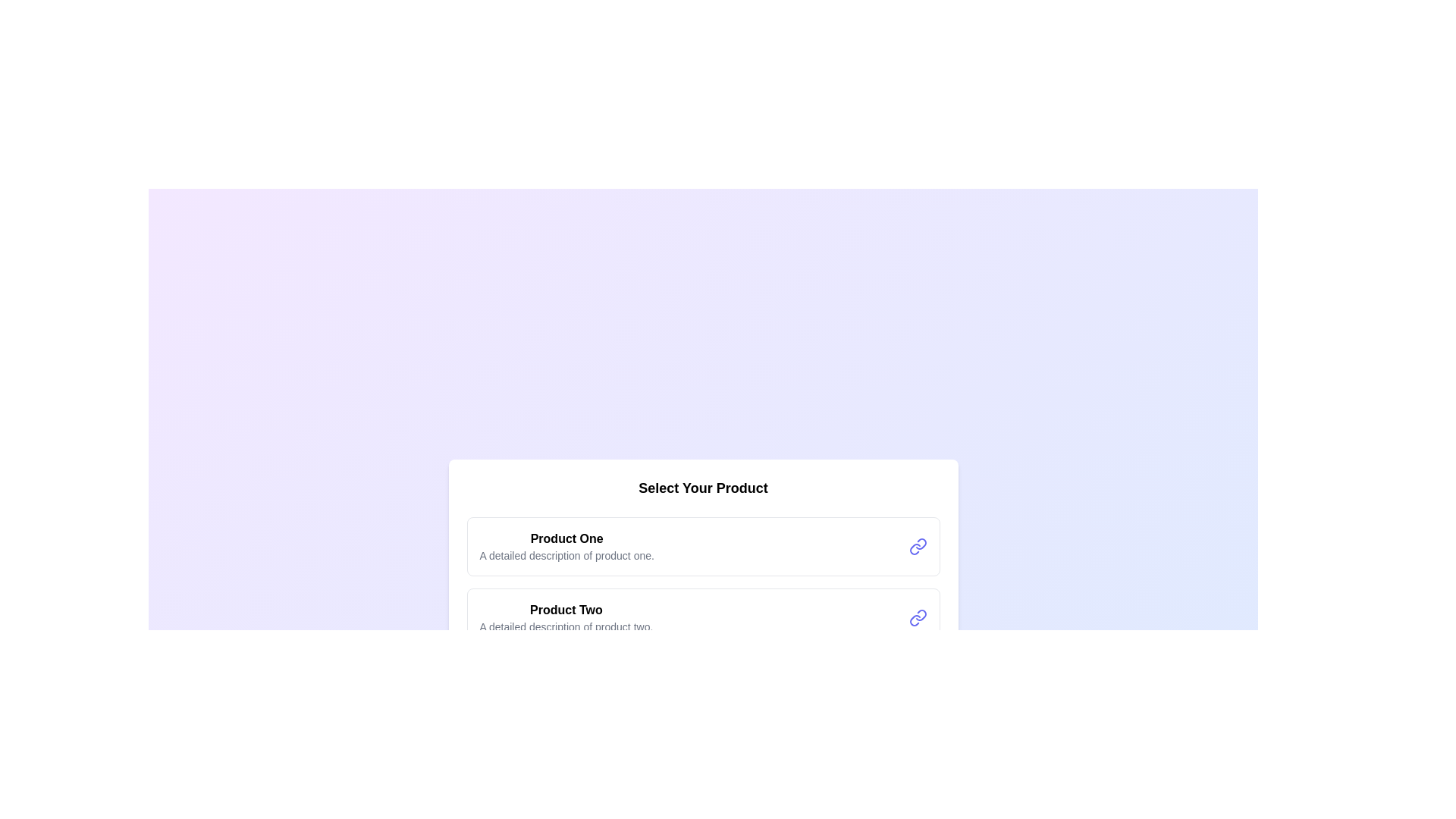 Image resolution: width=1456 pixels, height=819 pixels. I want to click on the first vector graphic component of the 'Details' link block, which represents a link icon for 'Product One', so click(920, 543).